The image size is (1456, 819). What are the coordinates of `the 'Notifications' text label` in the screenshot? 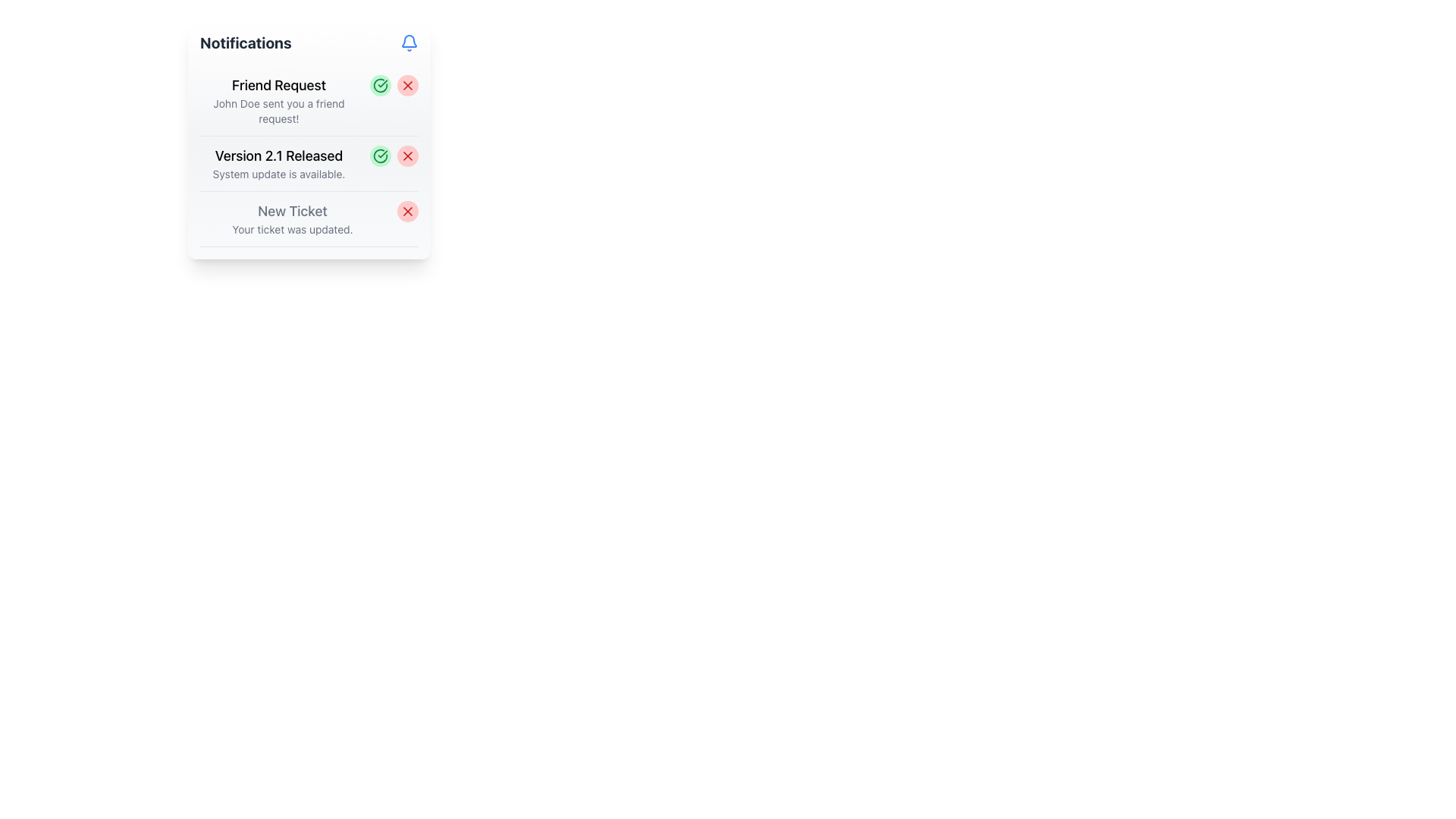 It's located at (246, 42).